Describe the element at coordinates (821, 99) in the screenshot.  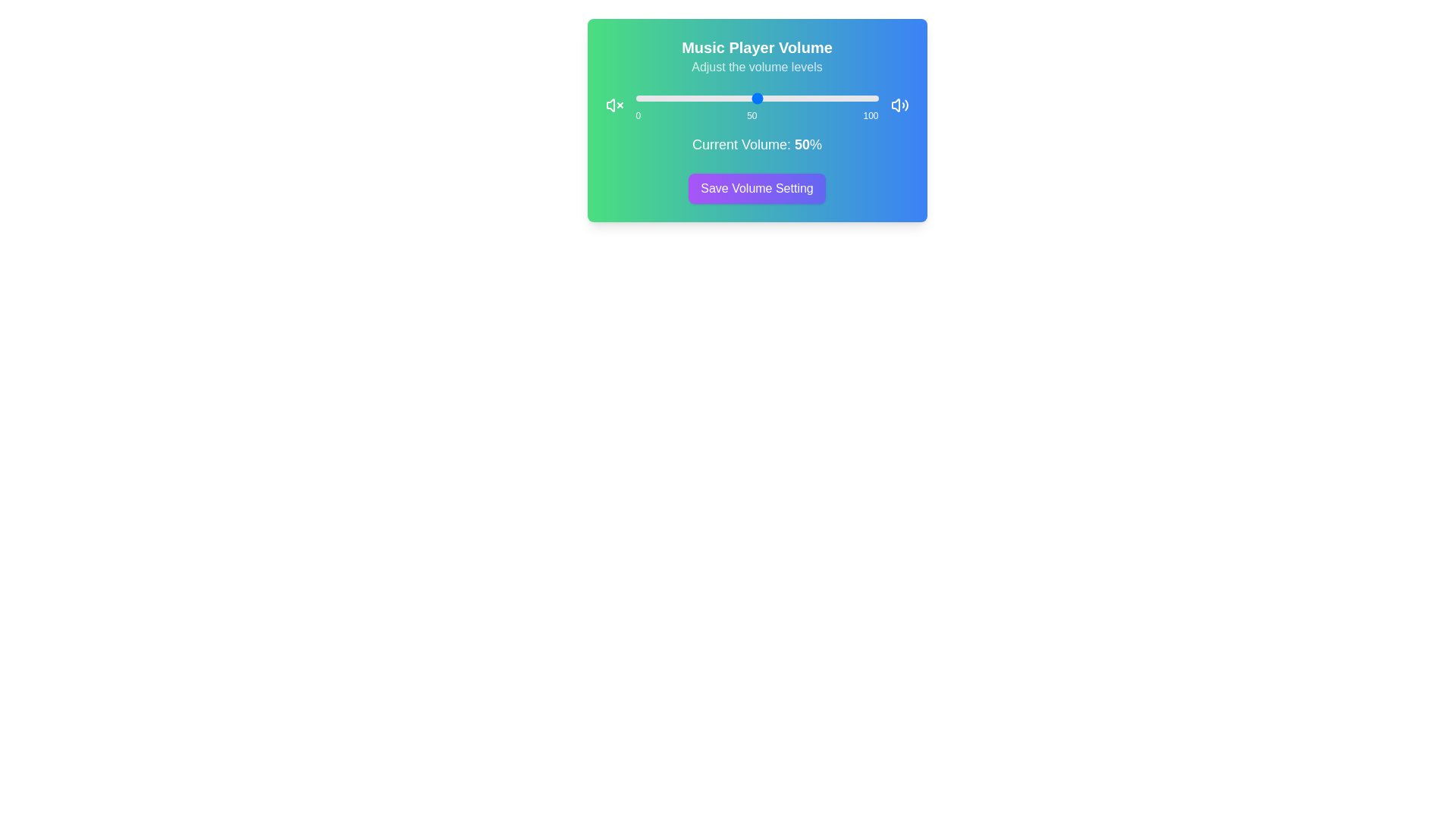
I see `the slider to set the volume to 77%` at that location.